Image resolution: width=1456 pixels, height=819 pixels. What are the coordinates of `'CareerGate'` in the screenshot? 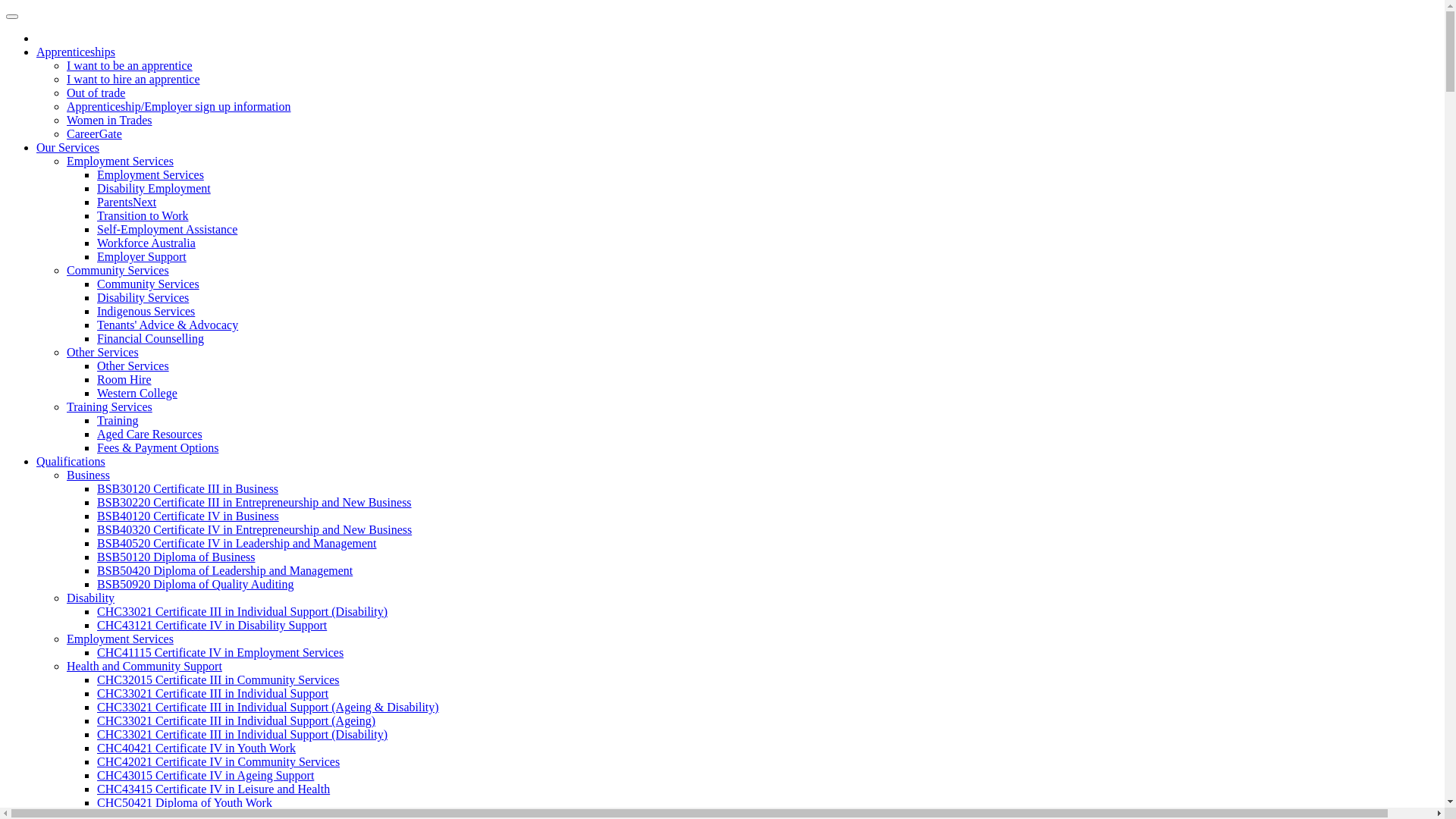 It's located at (93, 133).